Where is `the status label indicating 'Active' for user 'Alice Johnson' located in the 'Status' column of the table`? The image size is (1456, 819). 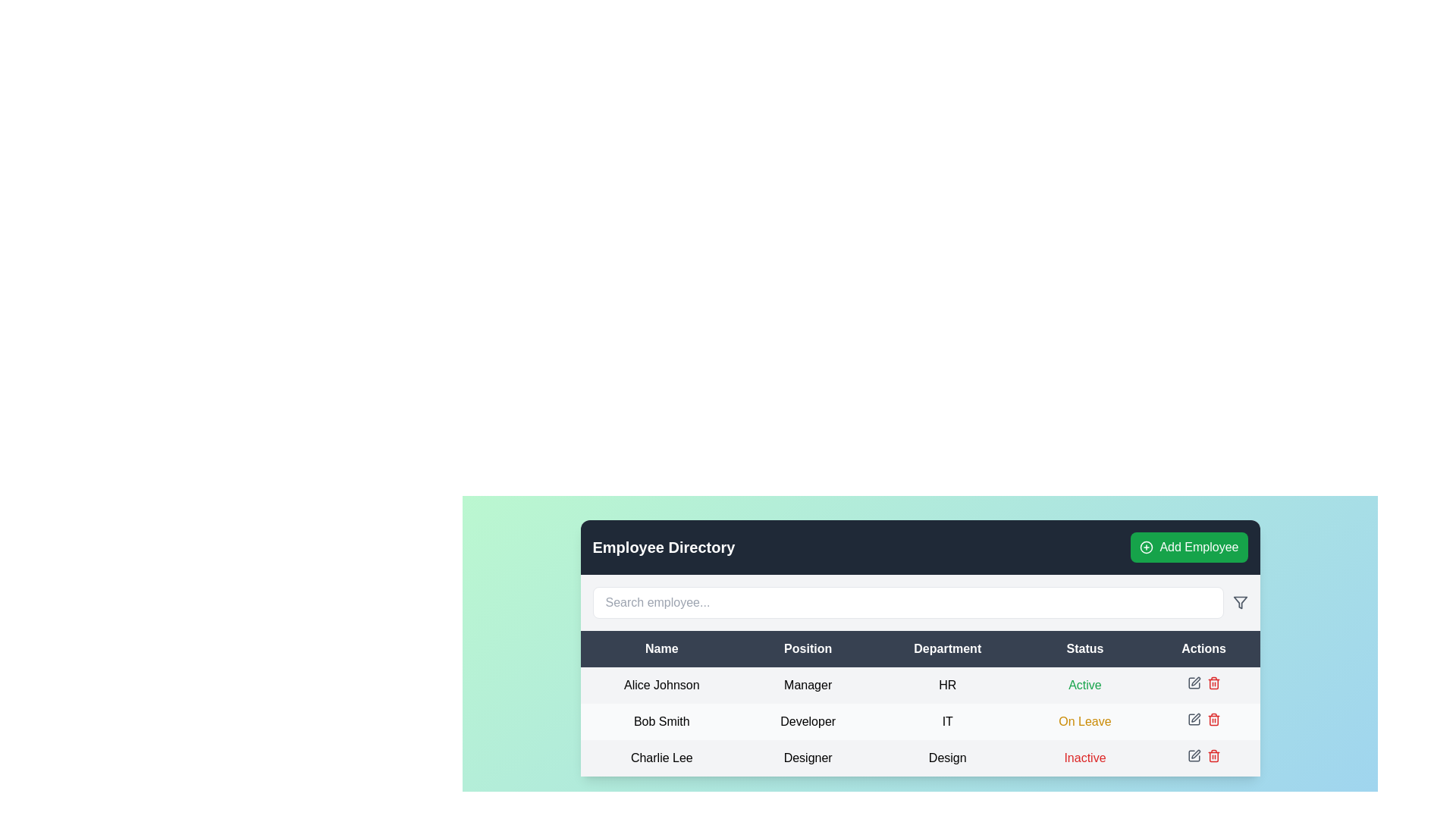
the status label indicating 'Active' for user 'Alice Johnson' located in the 'Status' column of the table is located at coordinates (1084, 685).